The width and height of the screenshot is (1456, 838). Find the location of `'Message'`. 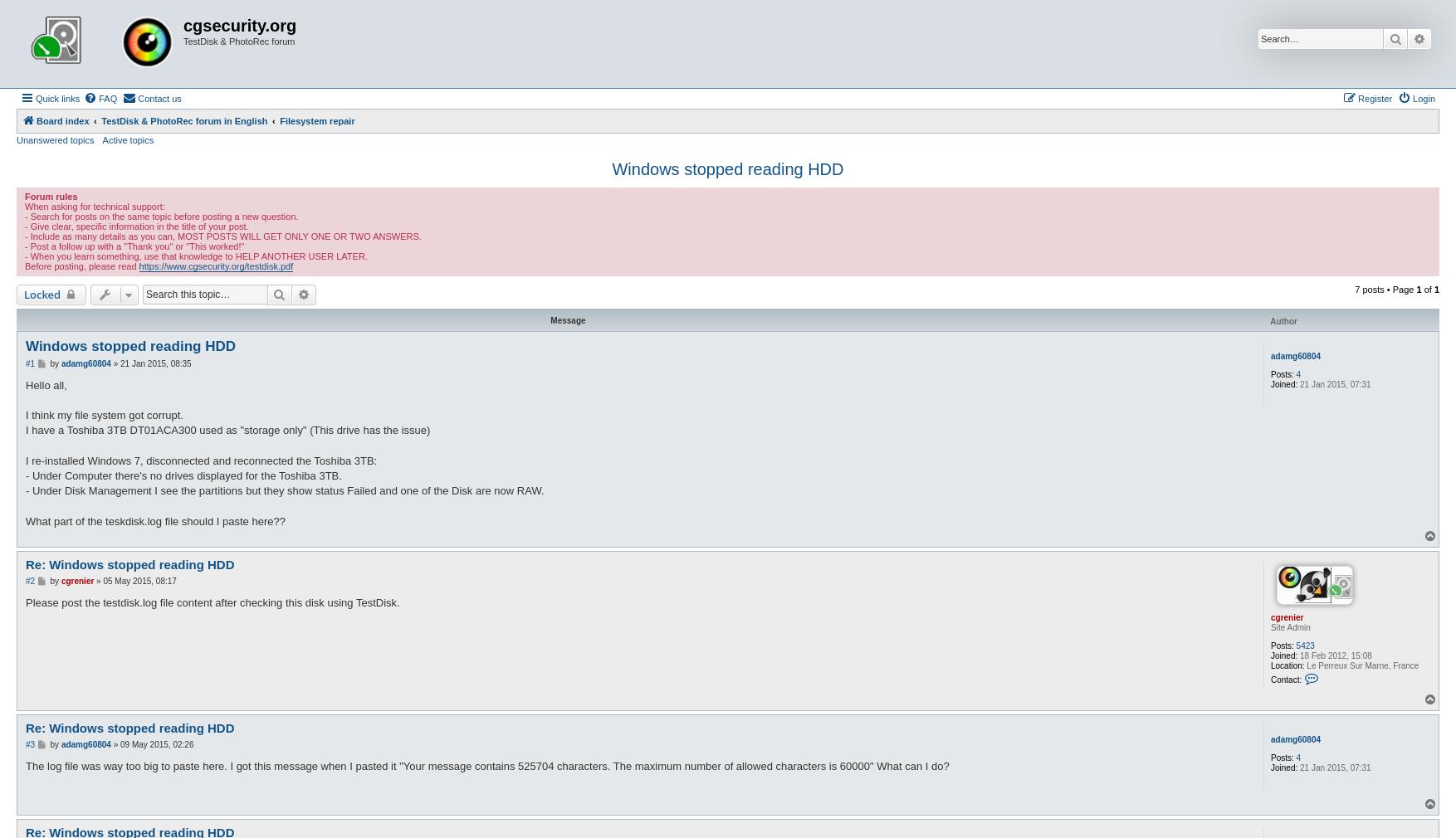

'Message' is located at coordinates (550, 319).